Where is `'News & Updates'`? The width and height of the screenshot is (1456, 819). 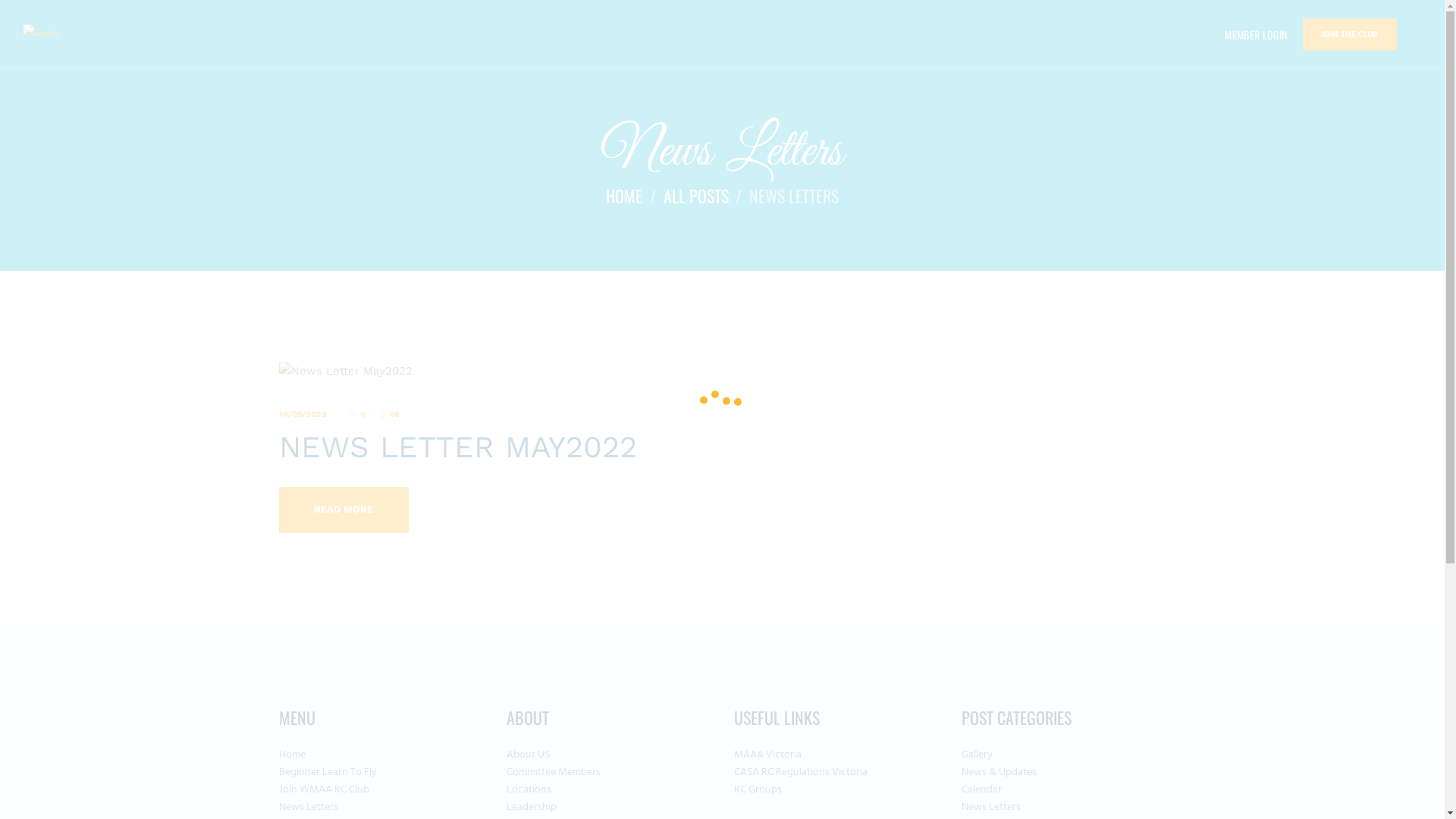
'News & Updates' is located at coordinates (960, 772).